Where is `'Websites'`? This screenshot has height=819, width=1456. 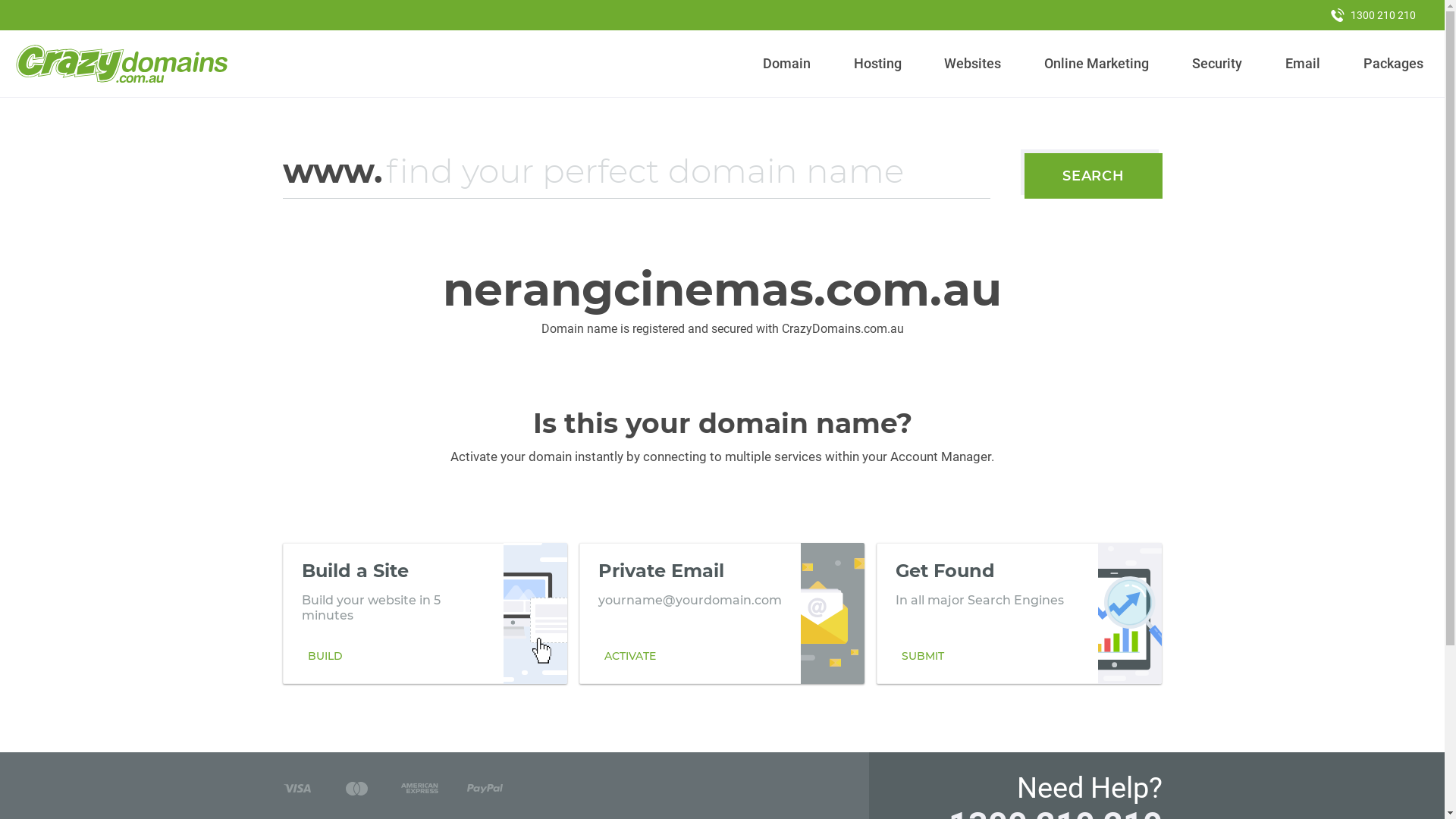
'Websites' is located at coordinates (972, 63).